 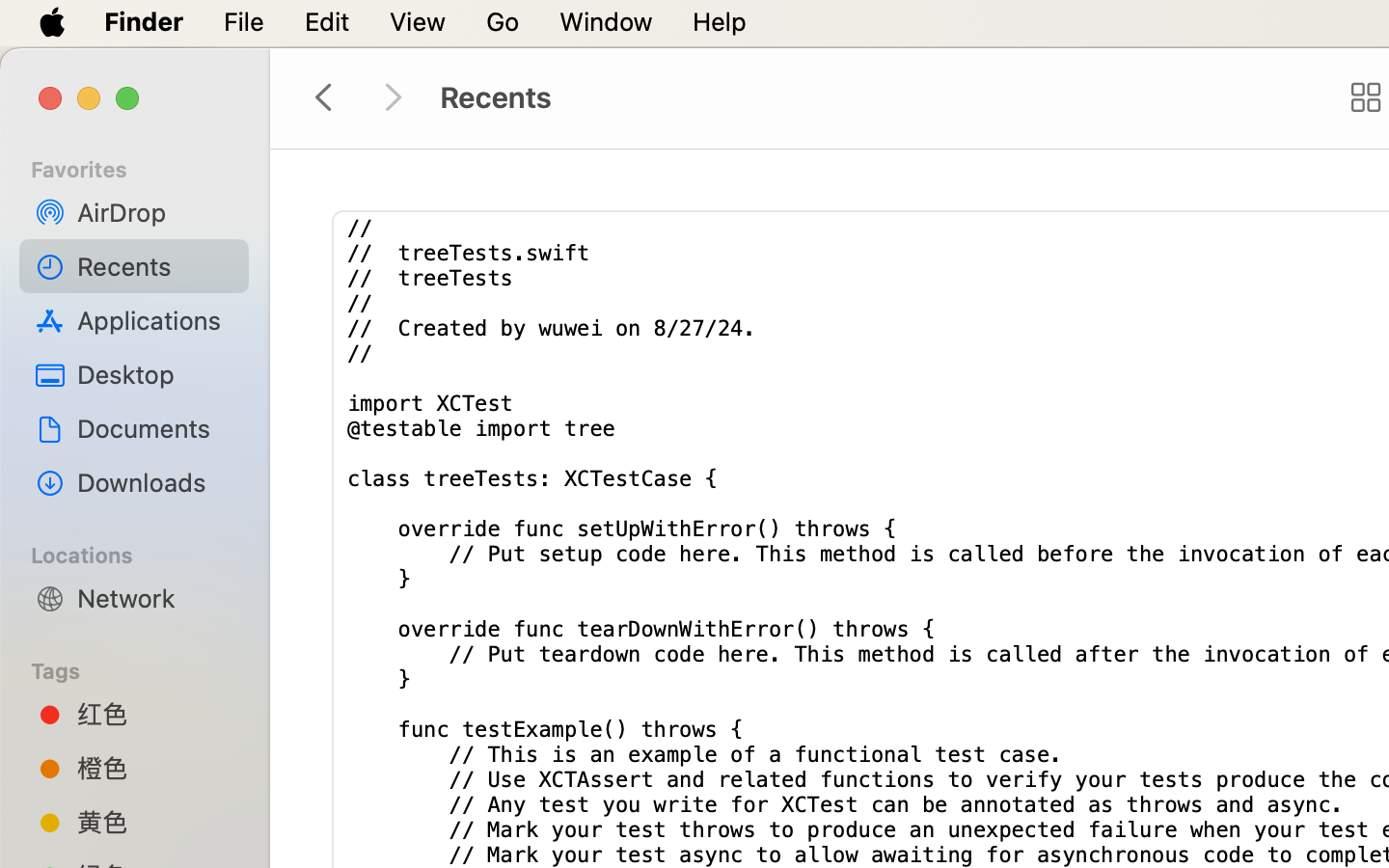 I want to click on '红色', so click(x=153, y=712).